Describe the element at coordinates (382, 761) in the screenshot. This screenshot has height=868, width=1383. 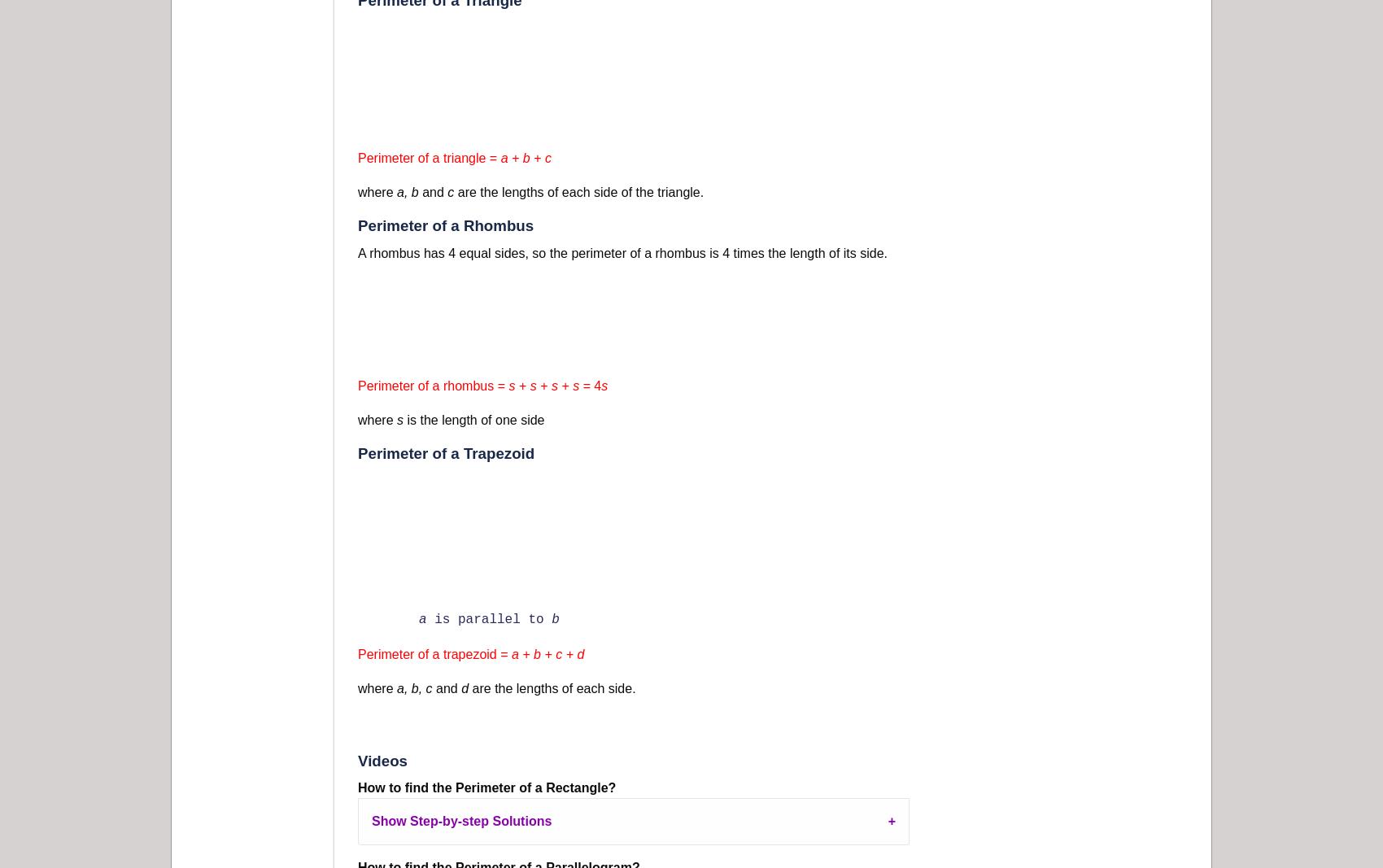
I see `'Videos'` at that location.